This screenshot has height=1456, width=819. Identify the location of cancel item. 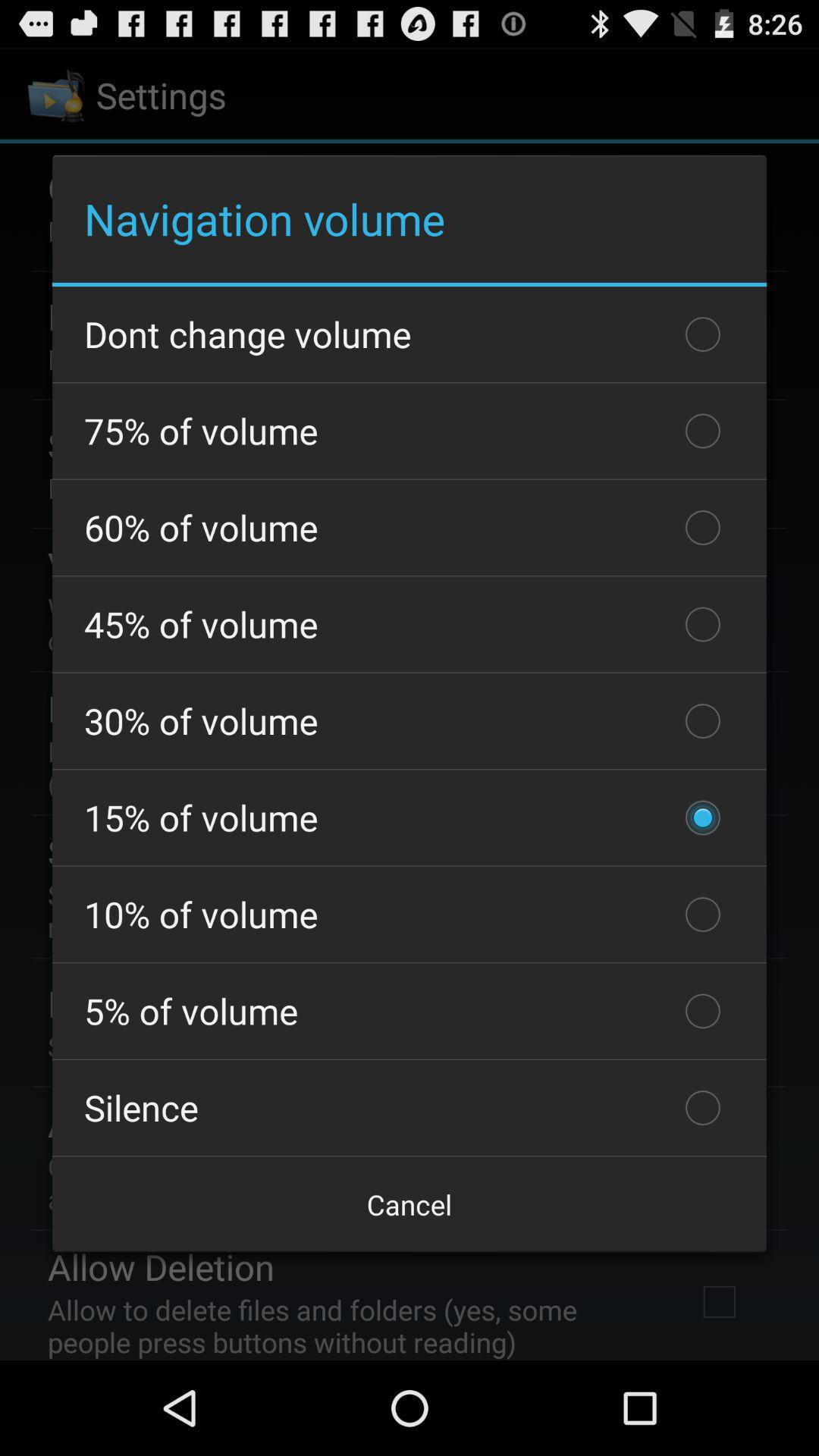
(409, 1203).